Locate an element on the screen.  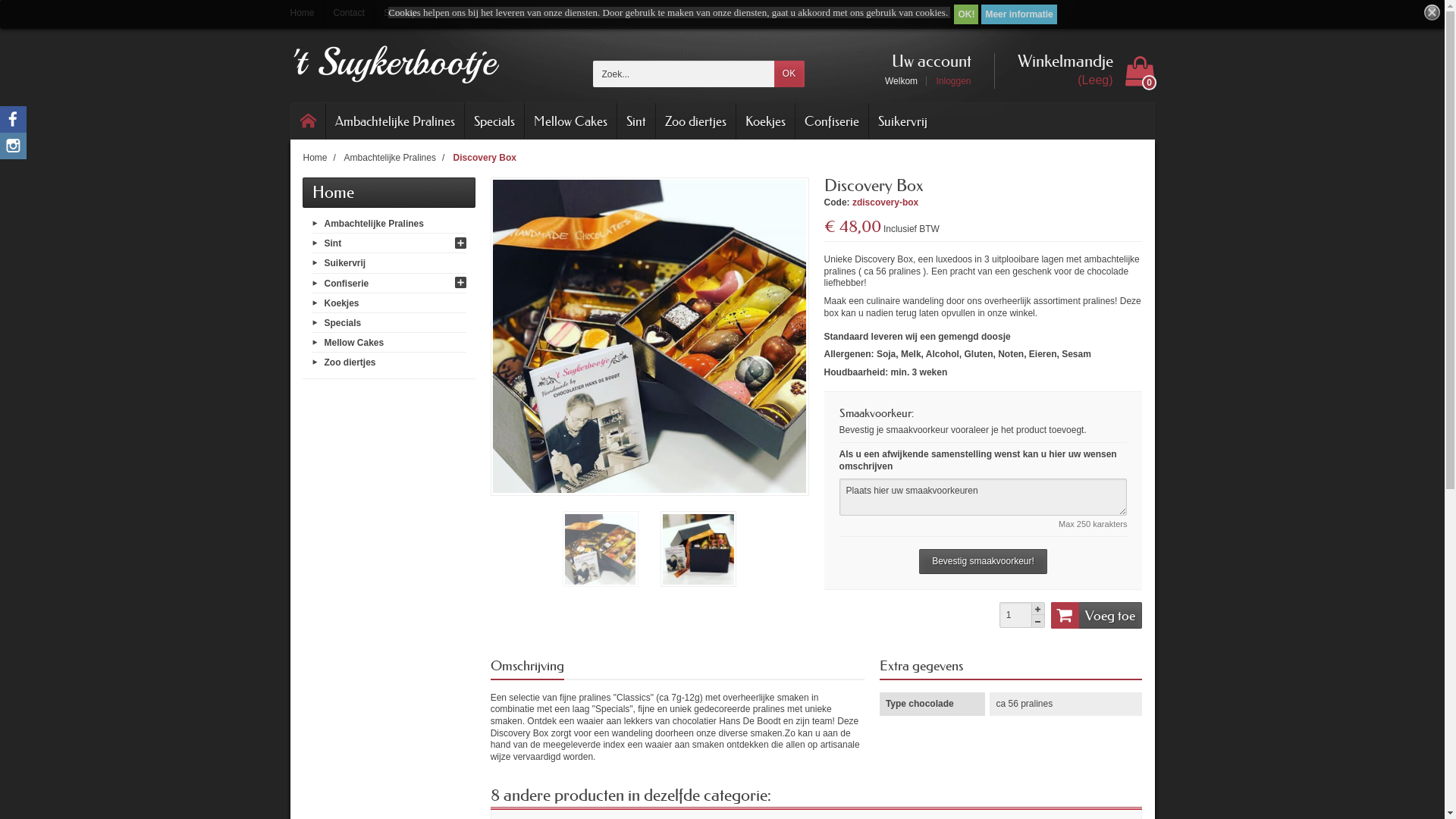
'Bevestig smaakvoorkeur!' is located at coordinates (983, 561).